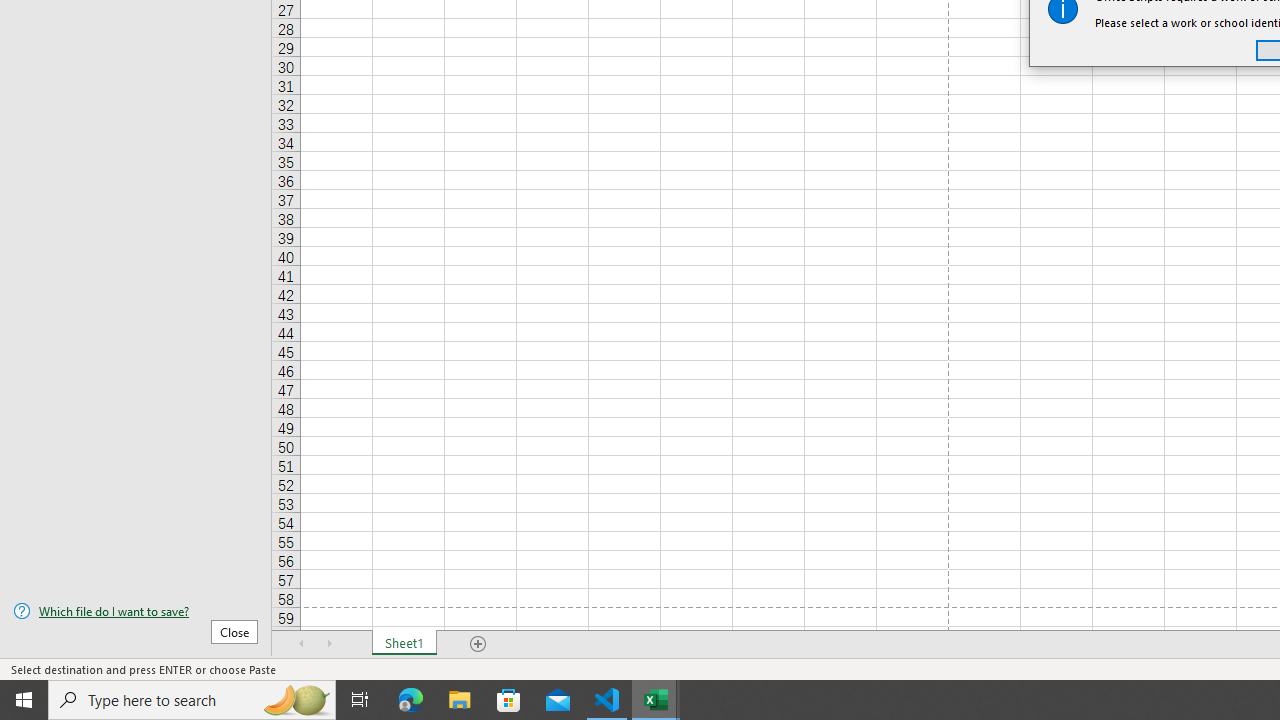  What do you see at coordinates (656, 698) in the screenshot?
I see `'Excel - 2 running windows'` at bounding box center [656, 698].